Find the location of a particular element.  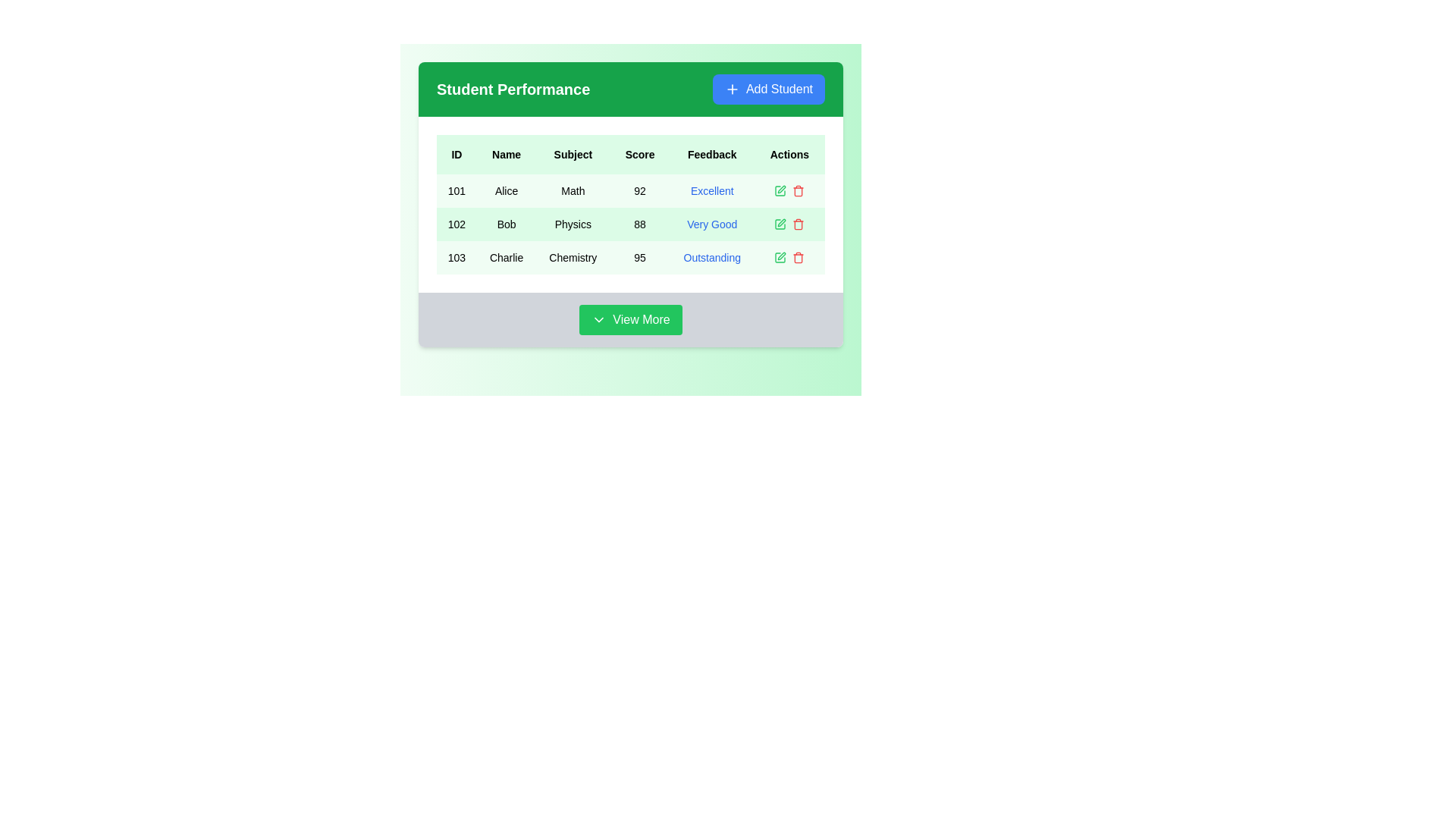

the Table Header that spans the entire width of the table and defines the column titles for student information is located at coordinates (630, 155).